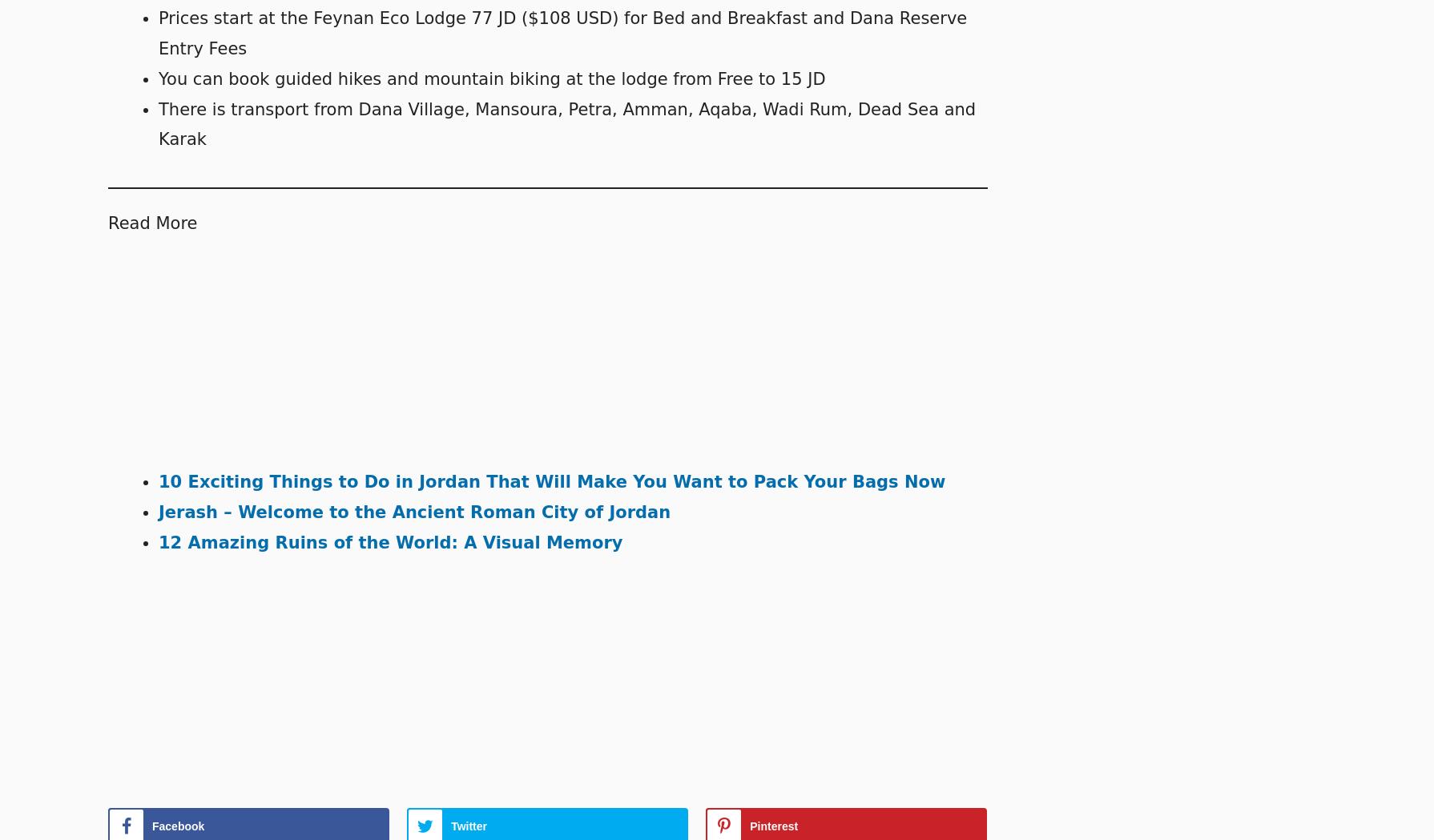  Describe the element at coordinates (389, 541) in the screenshot. I see `'12 Amazing Ruins of the World: A Visual Memory'` at that location.